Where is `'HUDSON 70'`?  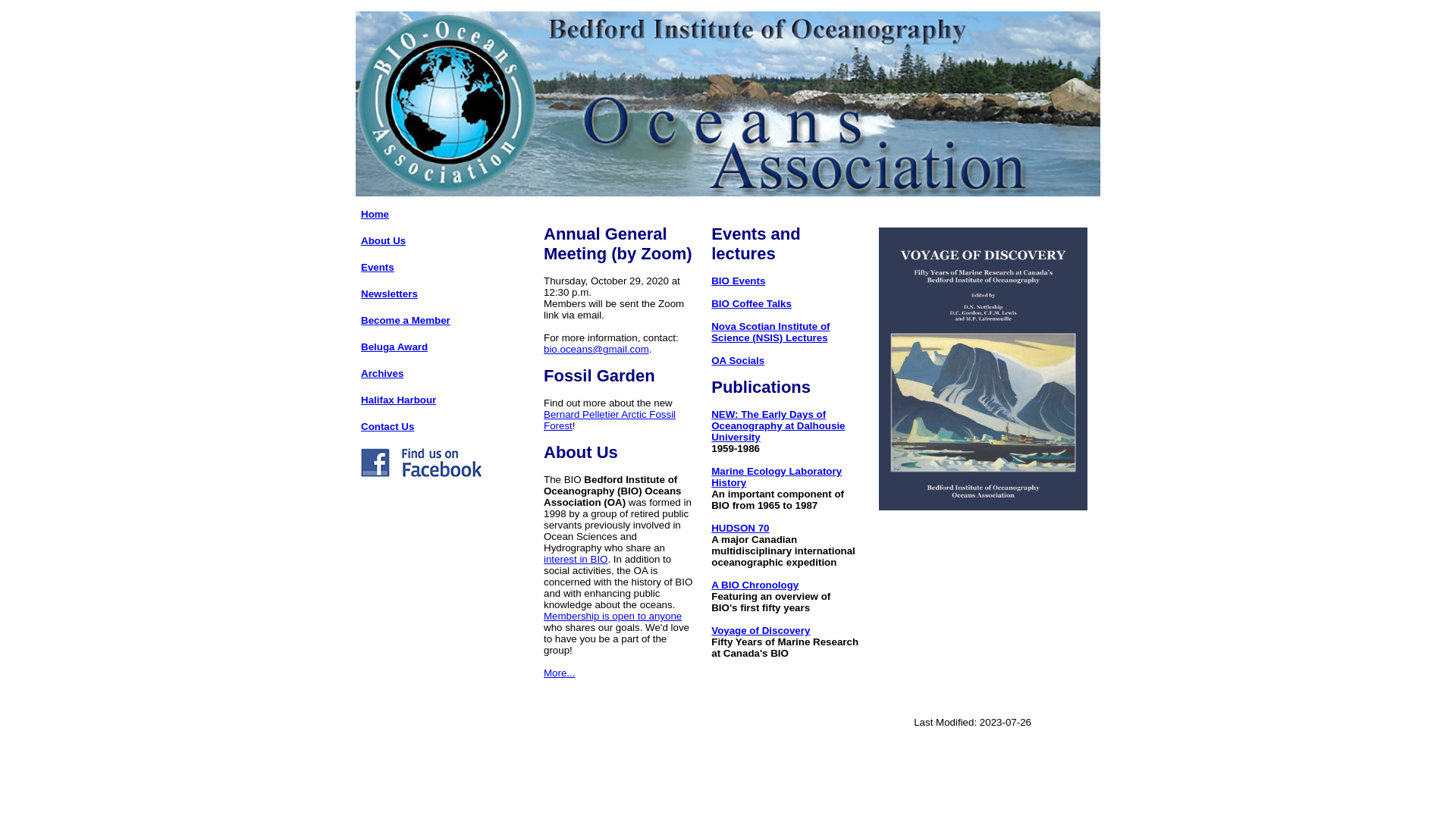
'HUDSON 70' is located at coordinates (710, 527).